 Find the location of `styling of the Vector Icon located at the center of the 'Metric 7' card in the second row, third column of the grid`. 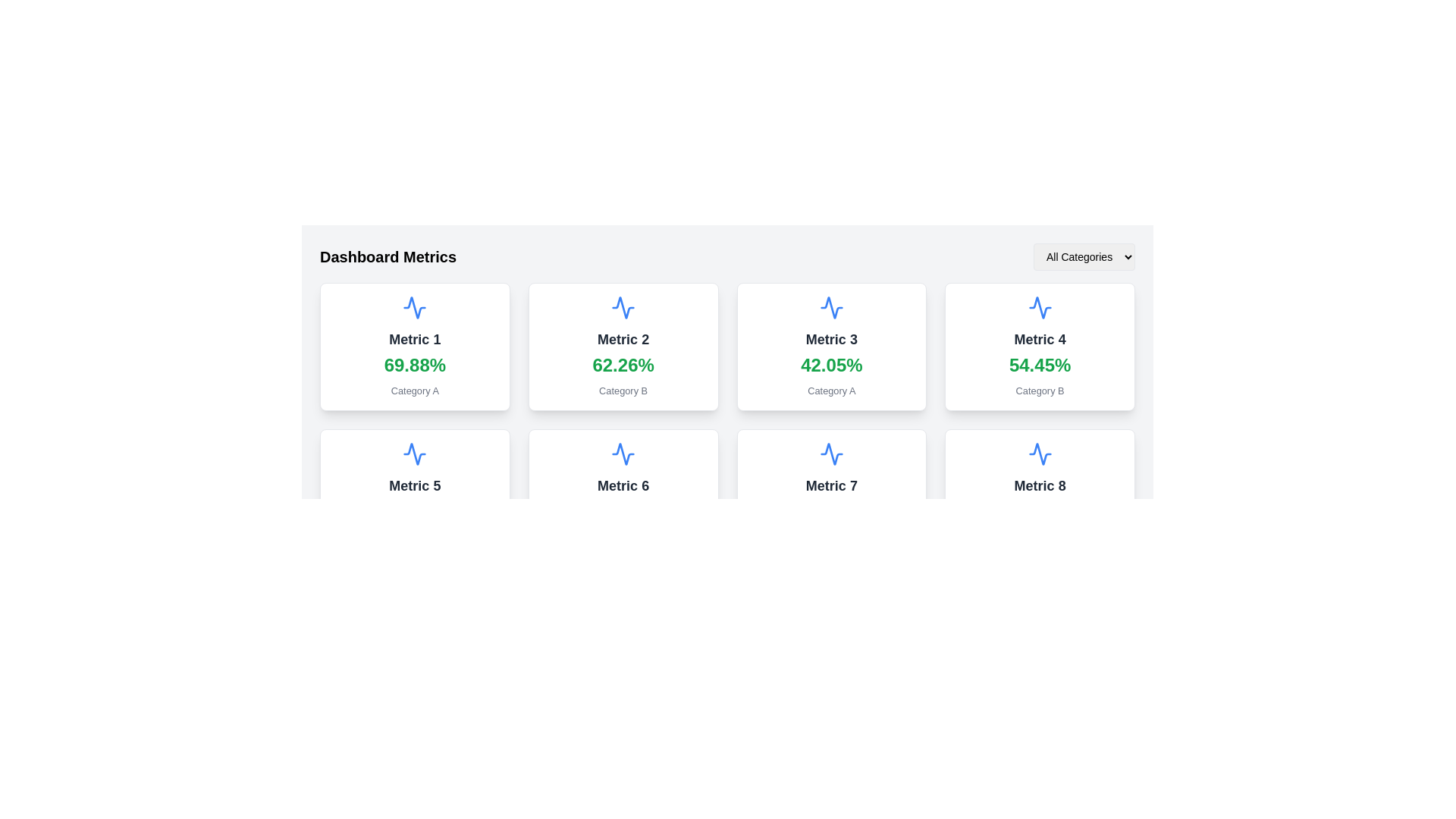

styling of the Vector Icon located at the center of the 'Metric 7' card in the second row, third column of the grid is located at coordinates (830, 453).